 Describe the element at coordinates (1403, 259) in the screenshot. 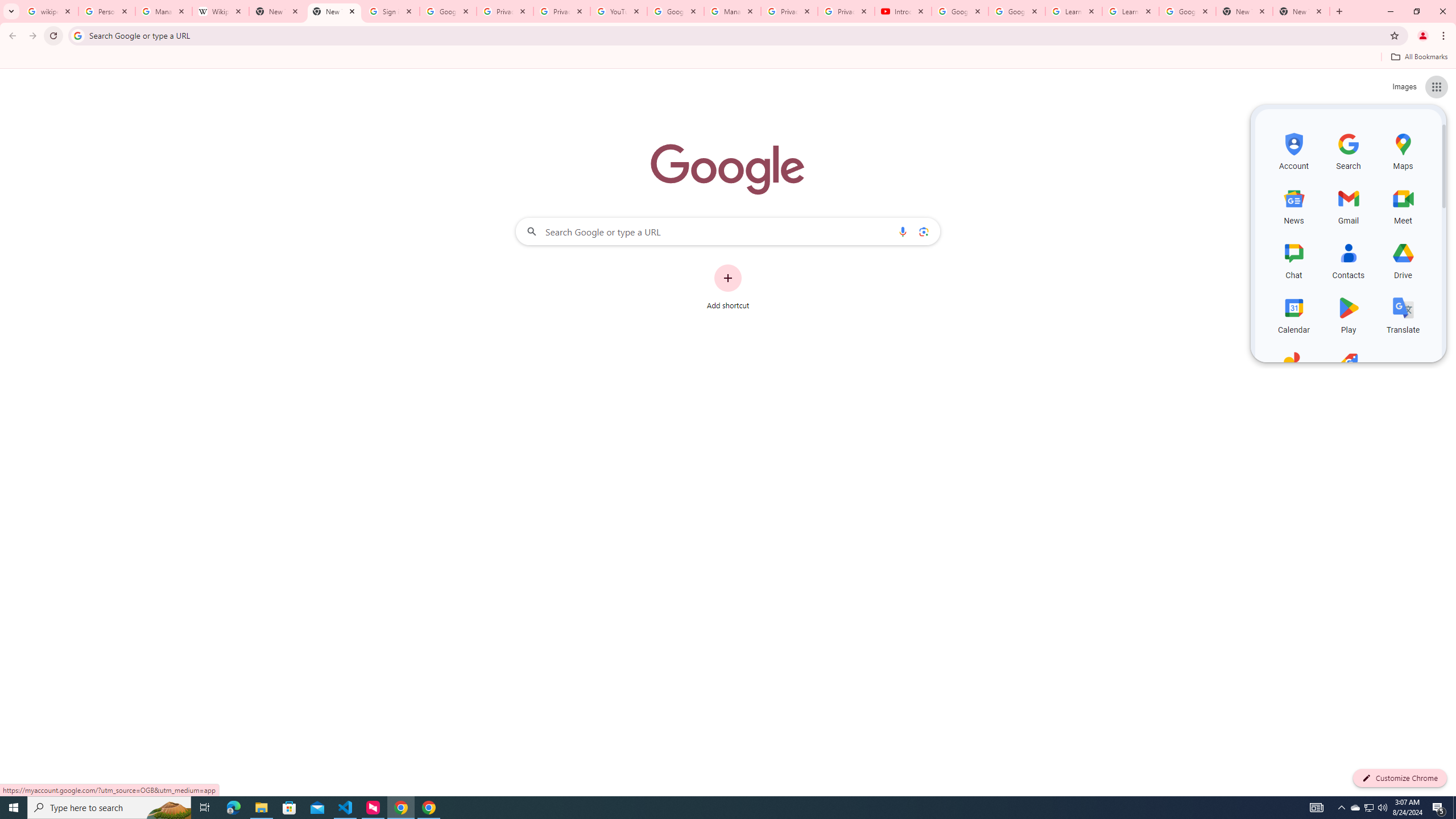

I see `'Drive, row 3 of 5 and column 3 of 3 in the first section'` at that location.